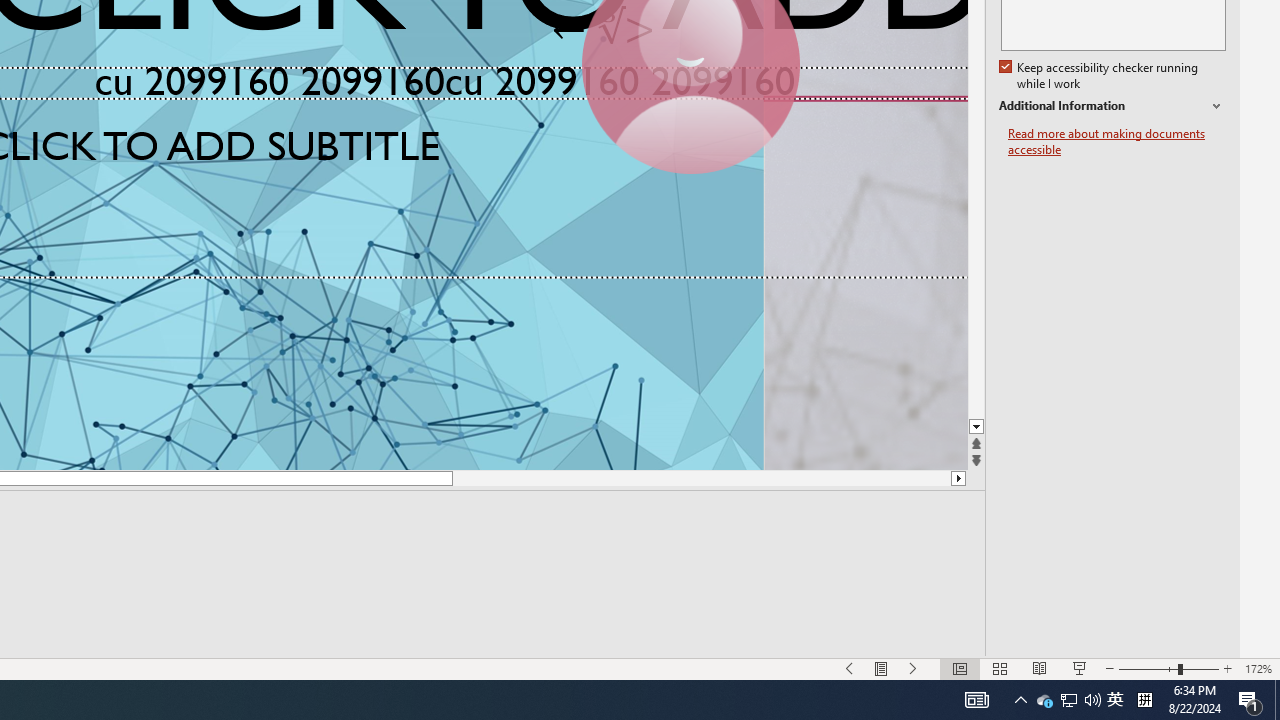  What do you see at coordinates (1116, 141) in the screenshot?
I see `'Read more about making documents accessible'` at bounding box center [1116, 141].